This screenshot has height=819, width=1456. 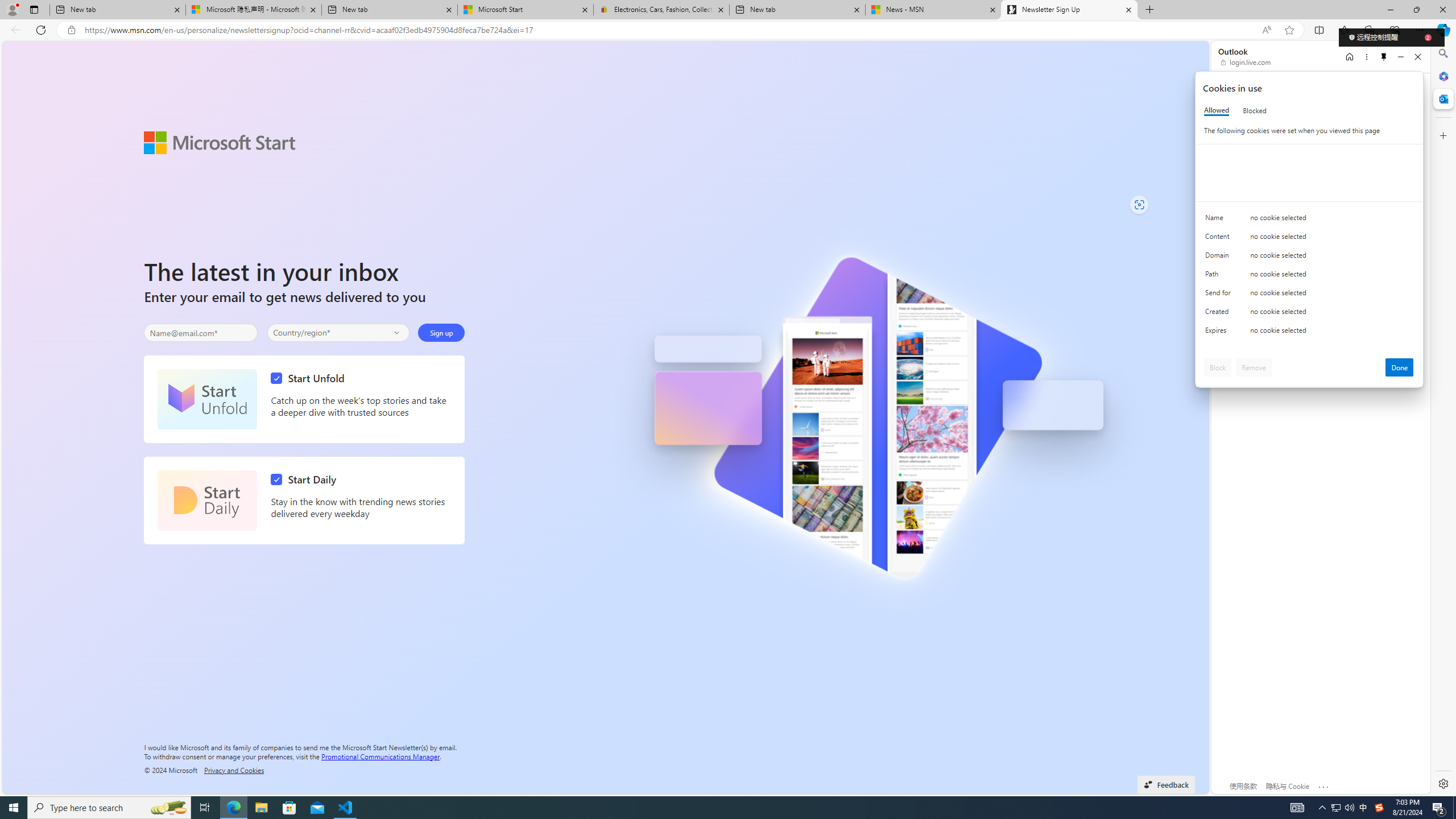 I want to click on 'Send for', so click(x=1219, y=295).